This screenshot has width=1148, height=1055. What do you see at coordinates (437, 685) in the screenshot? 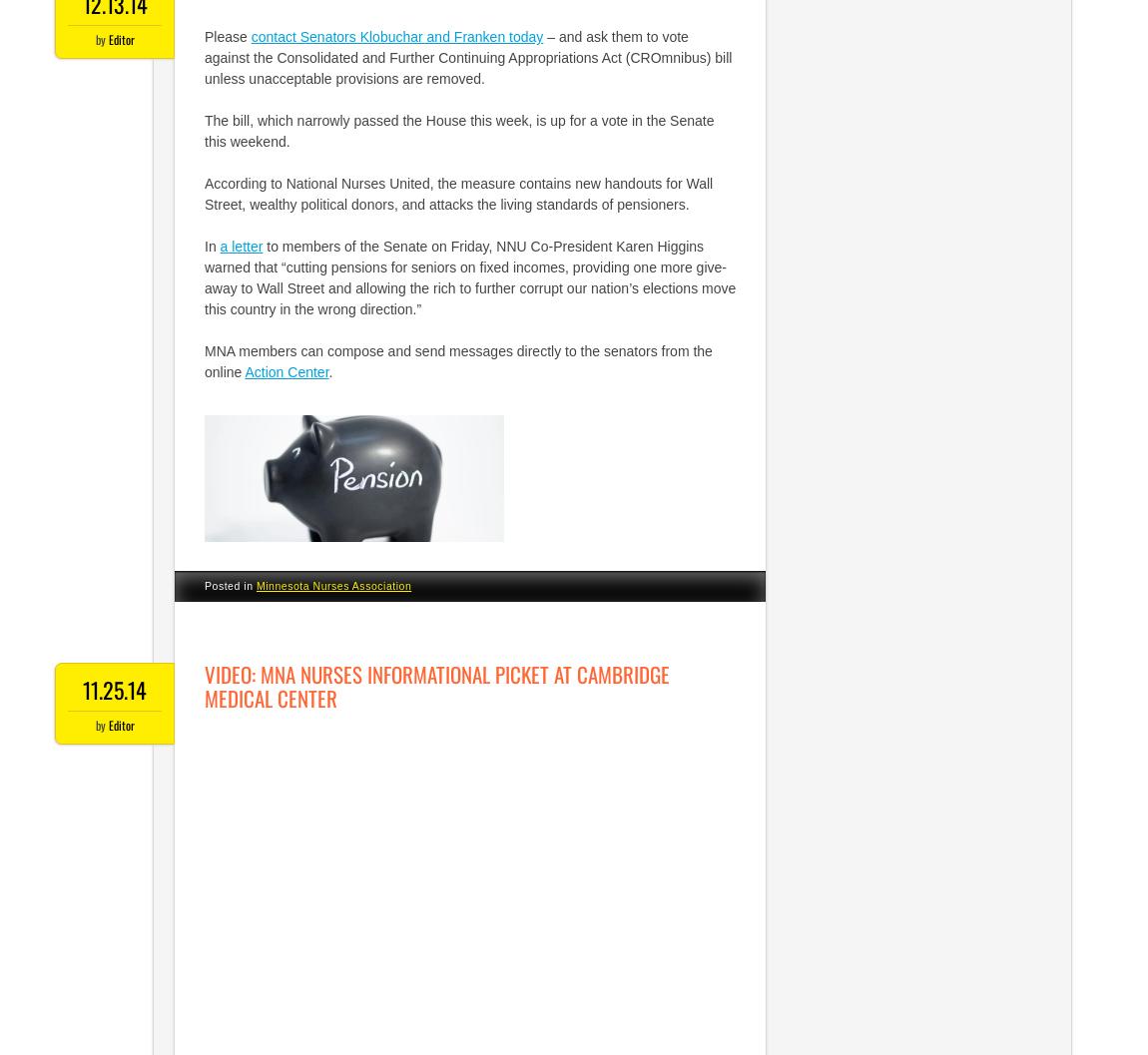
I see `'Video:  MNA Nurses Informational Picket at Cambridge Medical Center'` at bounding box center [437, 685].